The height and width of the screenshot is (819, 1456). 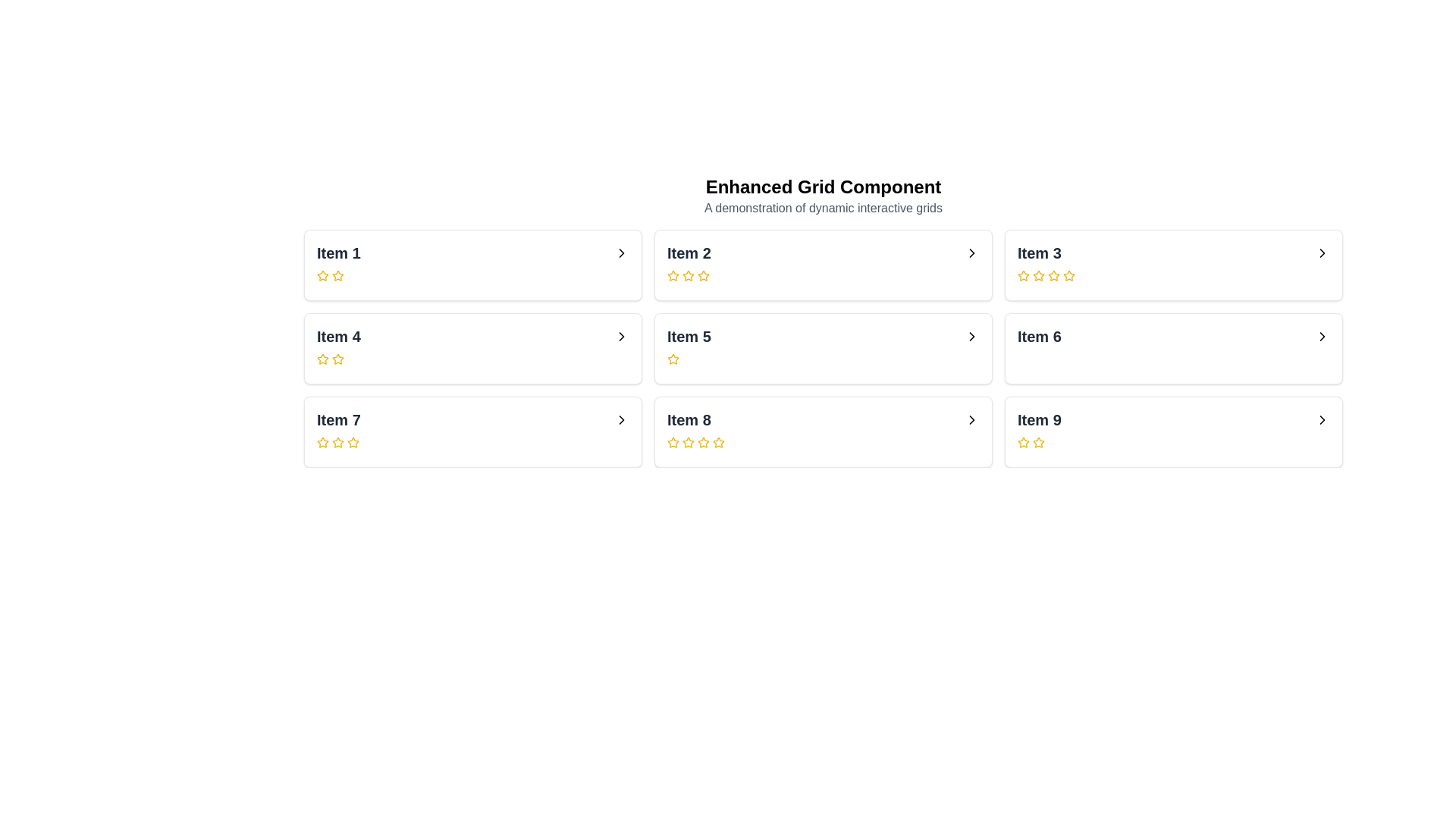 What do you see at coordinates (1173, 348) in the screenshot?
I see `the navigational card for 'Item 6' located in the third column of the second row` at bounding box center [1173, 348].